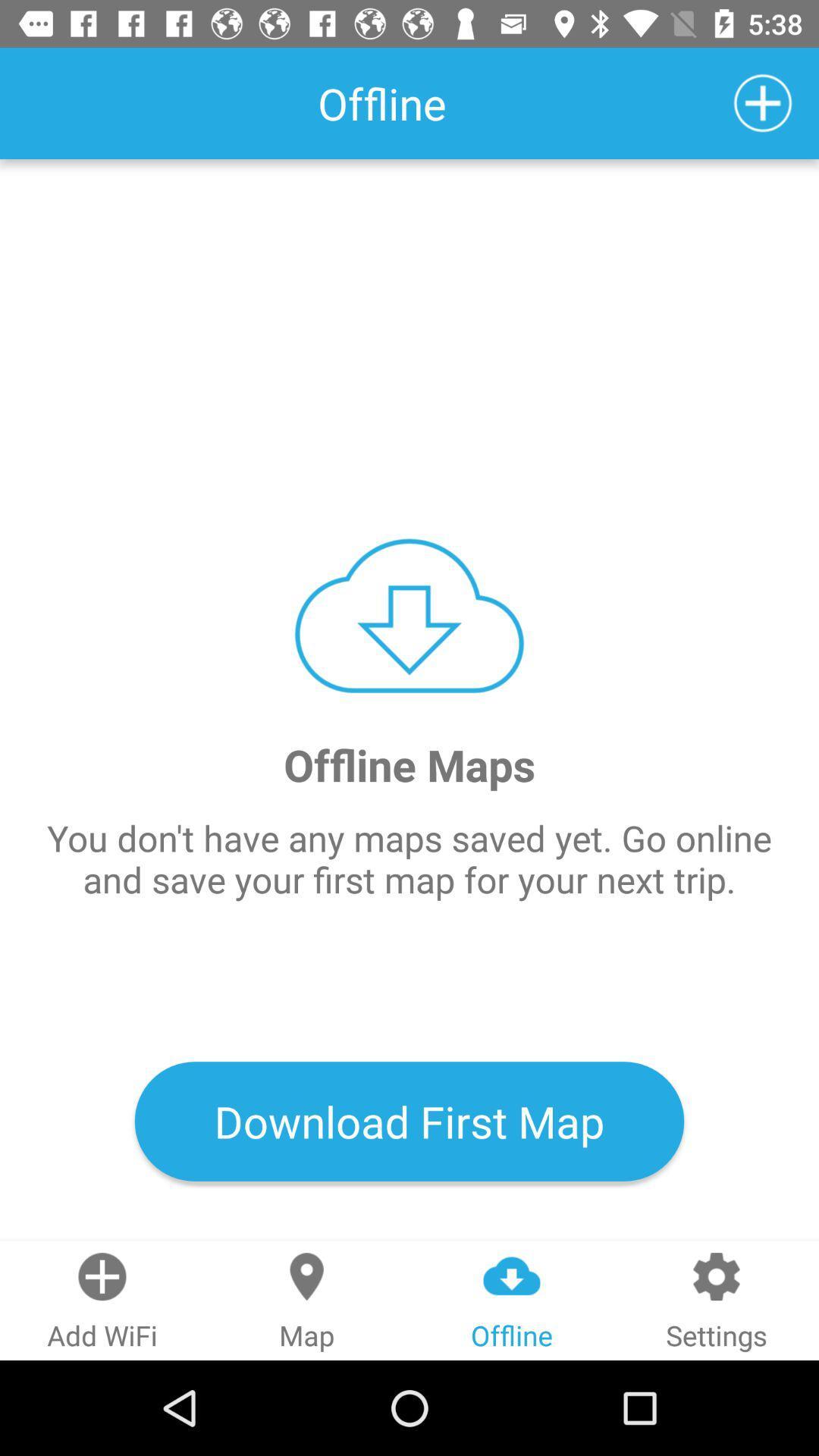 Image resolution: width=819 pixels, height=1456 pixels. I want to click on add new tap, so click(763, 102).